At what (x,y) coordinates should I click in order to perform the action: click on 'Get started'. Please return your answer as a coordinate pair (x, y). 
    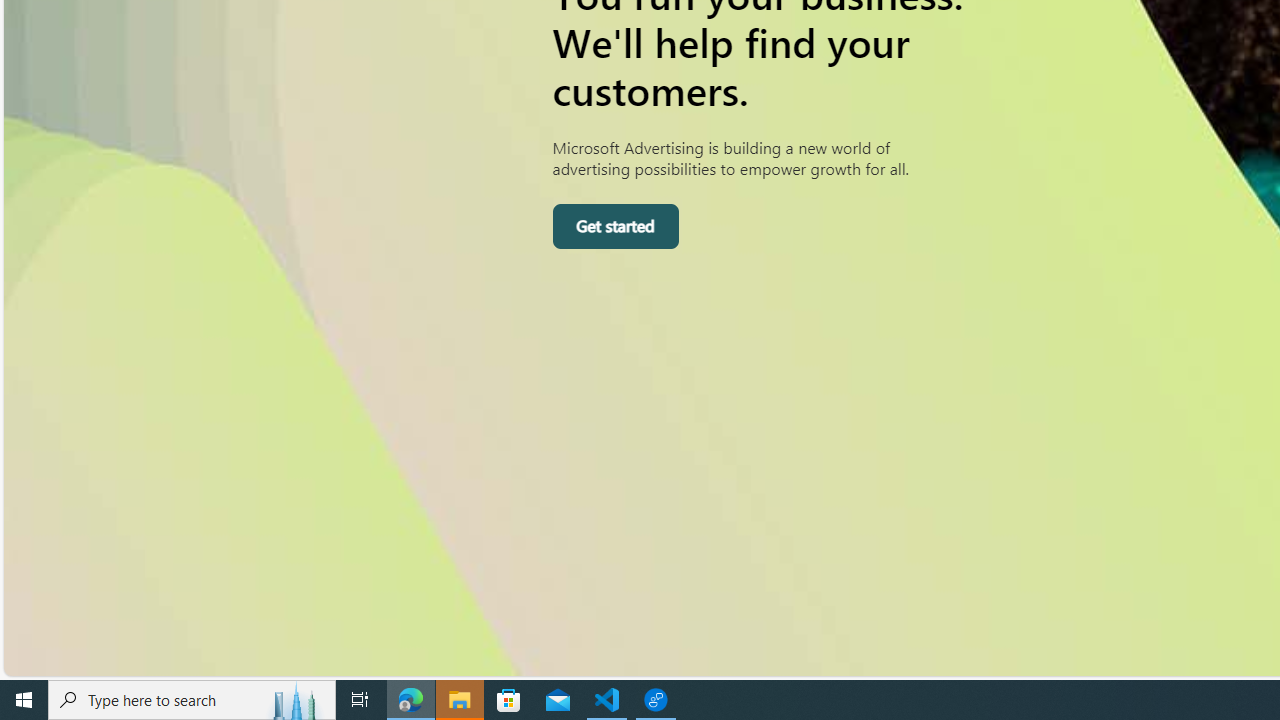
    Looking at the image, I should click on (614, 225).